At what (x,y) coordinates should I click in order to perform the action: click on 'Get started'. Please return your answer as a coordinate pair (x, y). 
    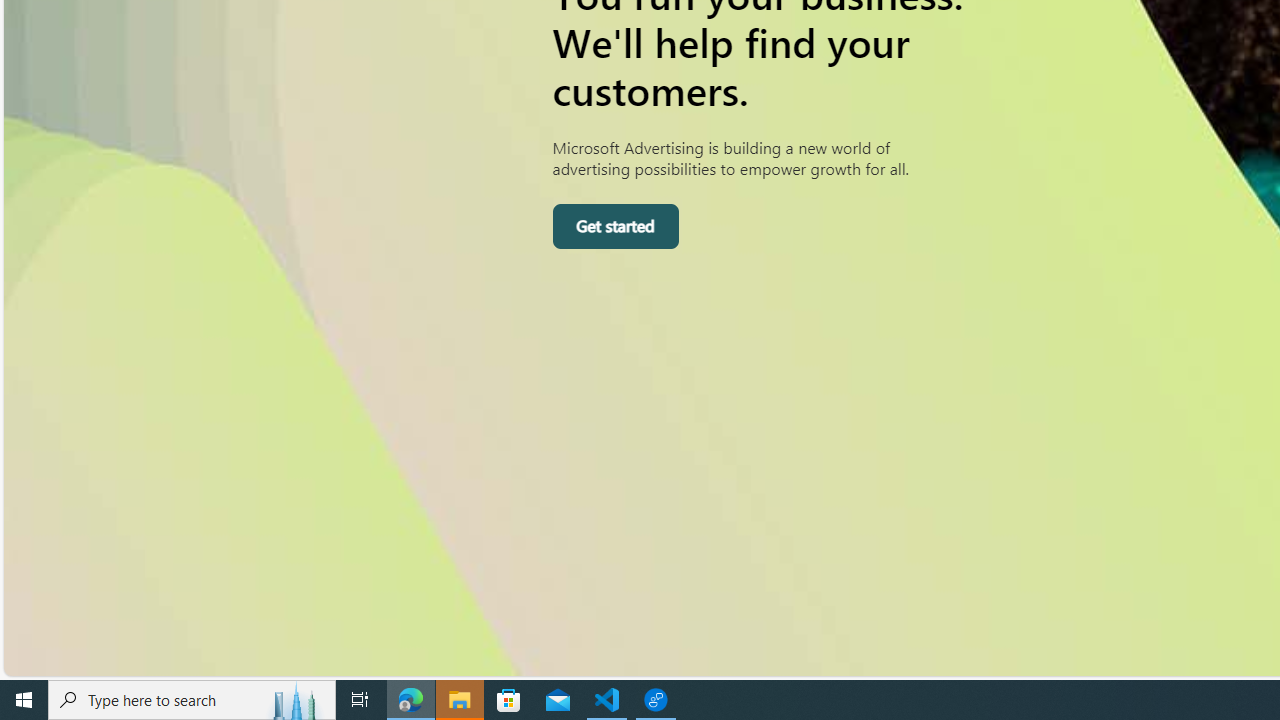
    Looking at the image, I should click on (614, 225).